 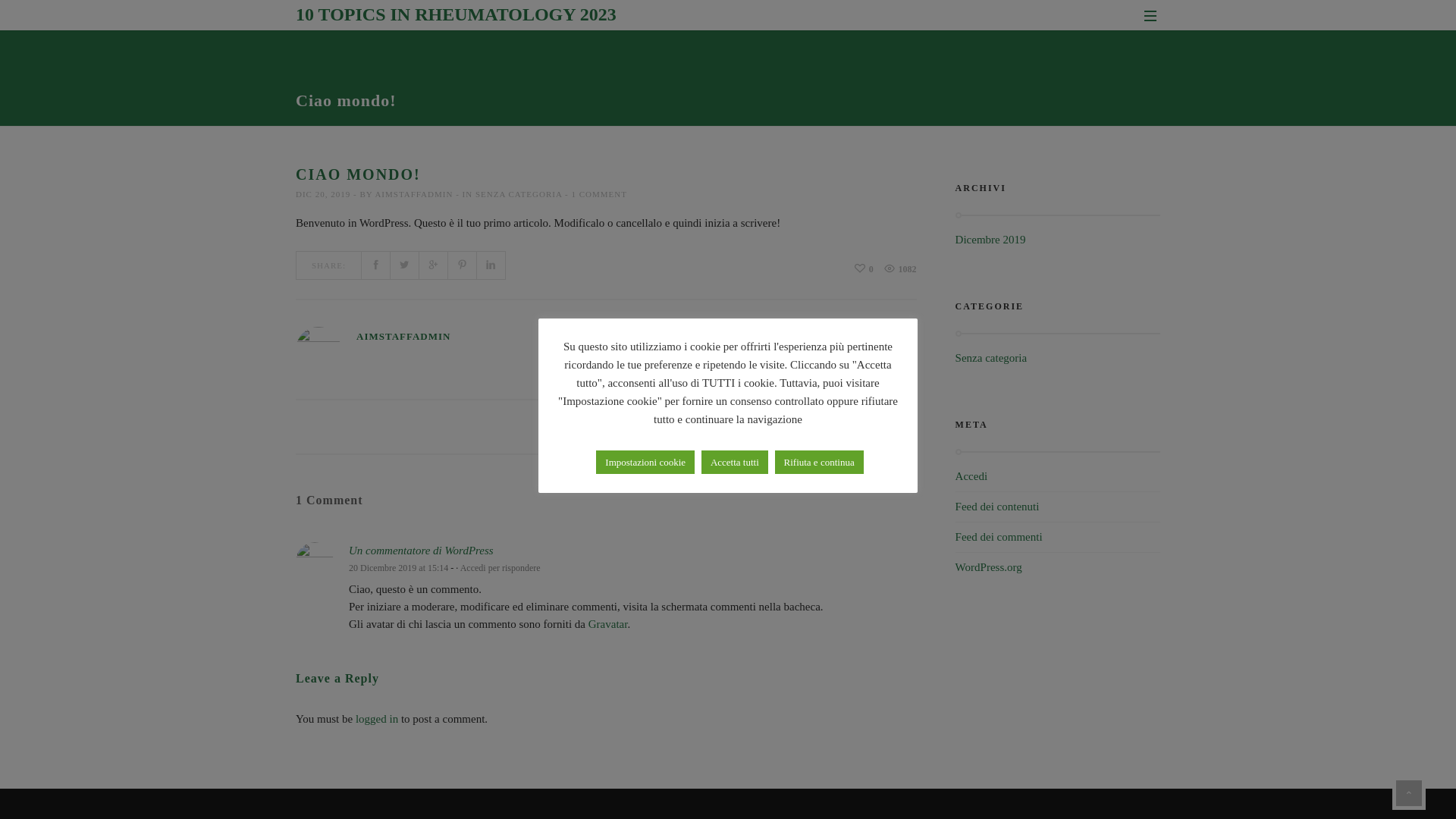 What do you see at coordinates (459, 567) in the screenshot?
I see `'Accedi per rispondere'` at bounding box center [459, 567].